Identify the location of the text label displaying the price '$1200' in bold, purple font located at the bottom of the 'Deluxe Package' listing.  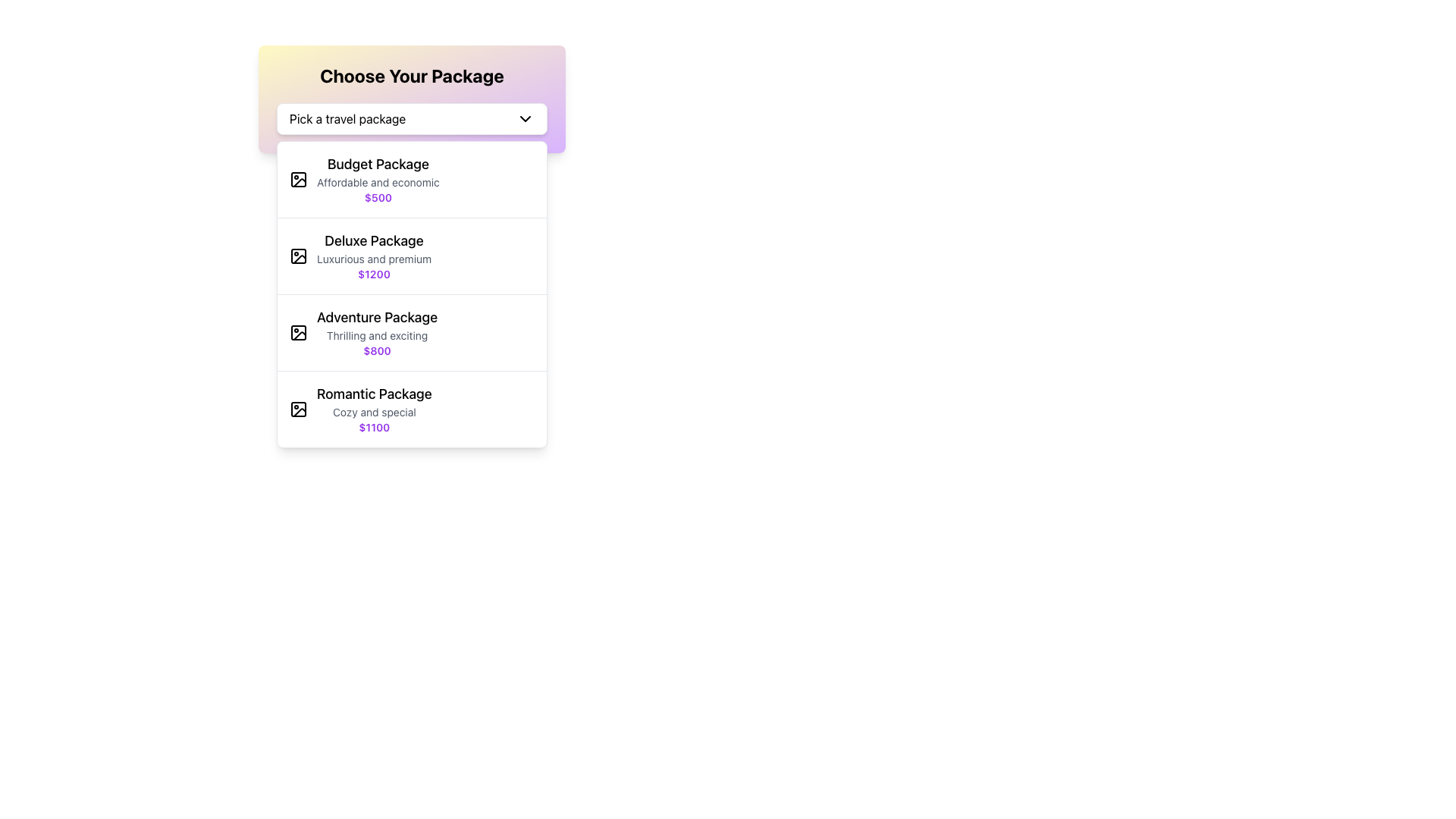
(374, 275).